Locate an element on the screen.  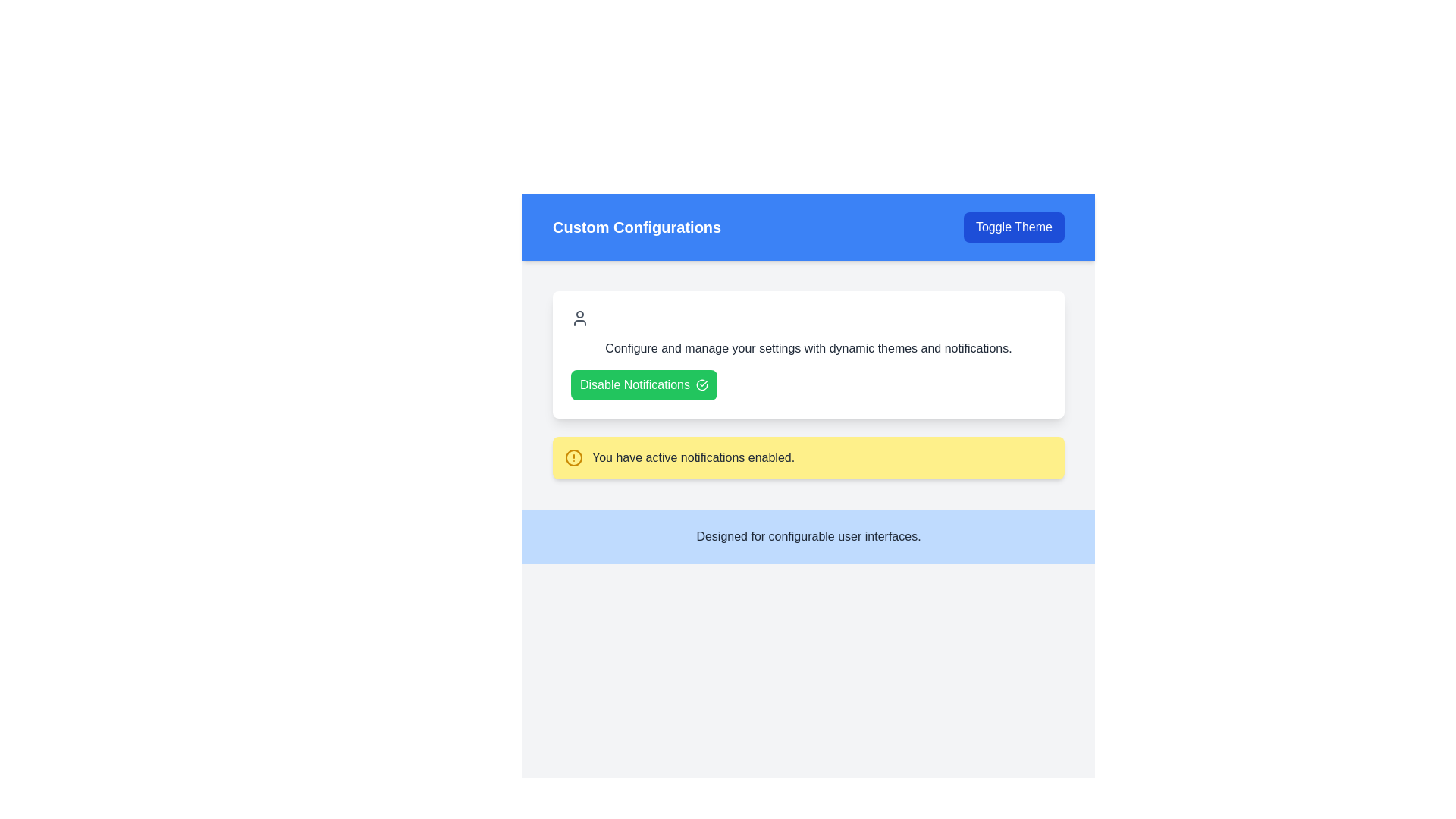
the circular alert notification icon with a yellow background, which contains an exclamation mark is located at coordinates (573, 457).